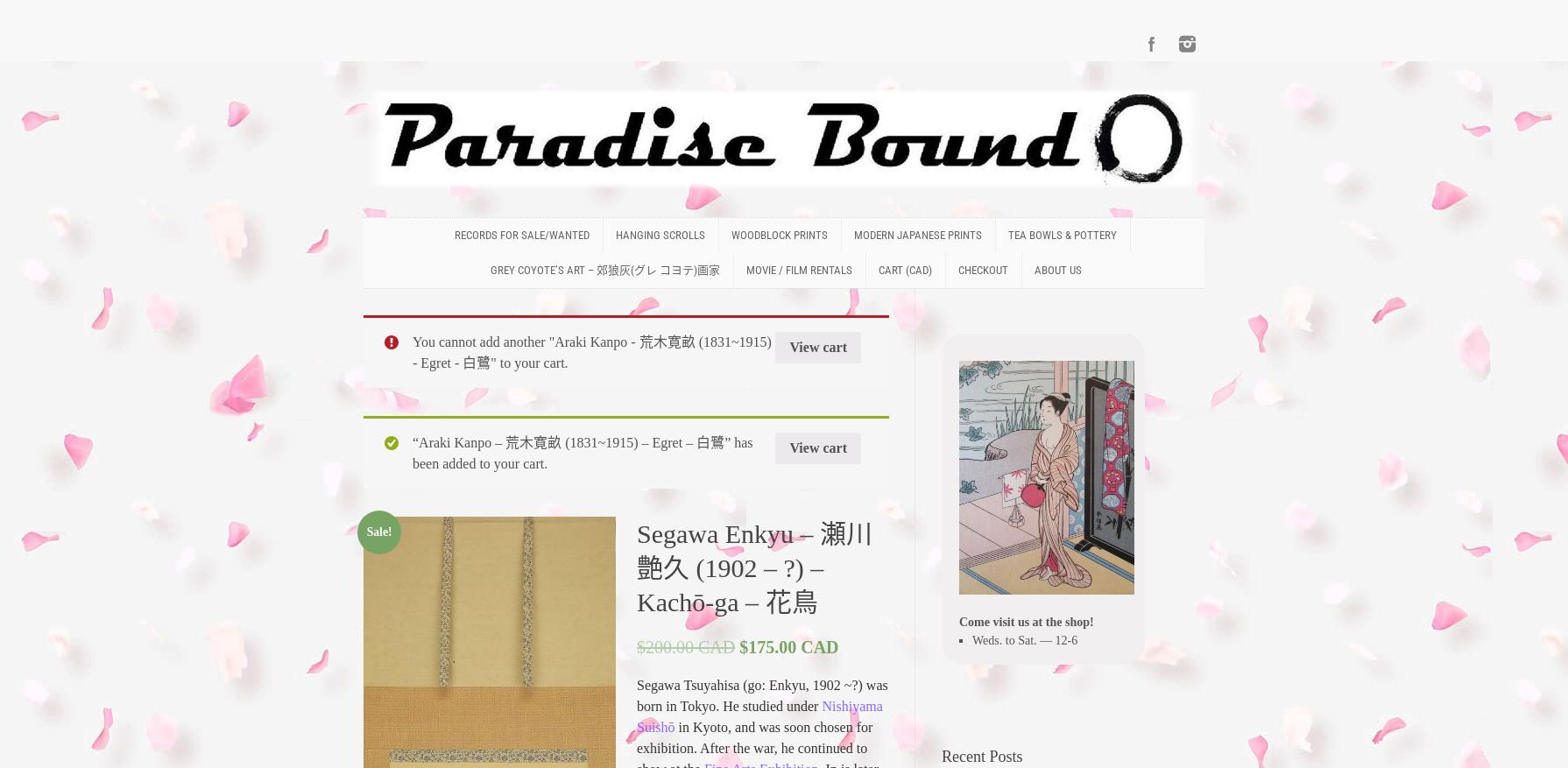 The width and height of the screenshot is (1568, 768). What do you see at coordinates (689, 646) in the screenshot?
I see `'200.00 CAD'` at bounding box center [689, 646].